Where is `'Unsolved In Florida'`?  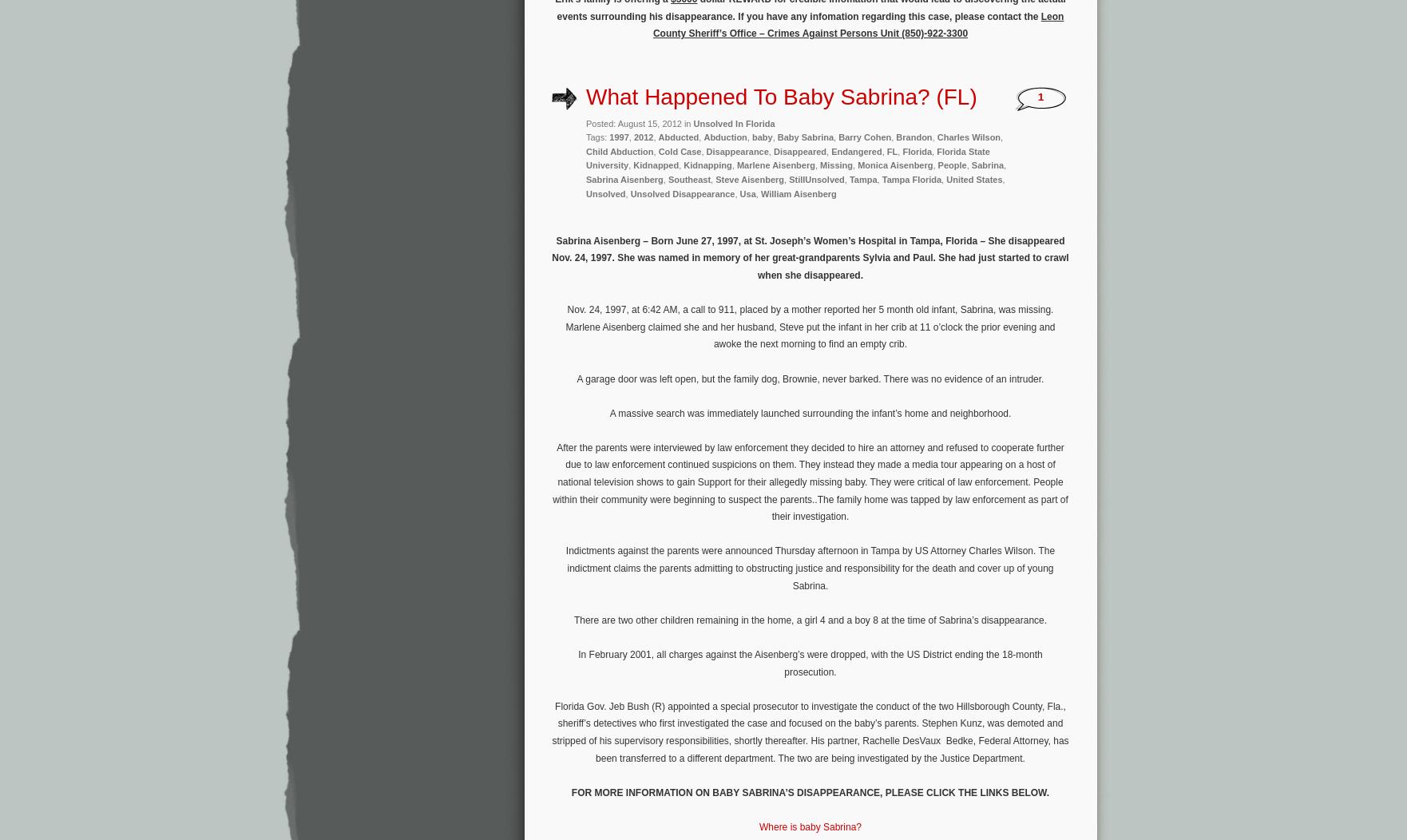
'Unsolved In Florida' is located at coordinates (734, 122).